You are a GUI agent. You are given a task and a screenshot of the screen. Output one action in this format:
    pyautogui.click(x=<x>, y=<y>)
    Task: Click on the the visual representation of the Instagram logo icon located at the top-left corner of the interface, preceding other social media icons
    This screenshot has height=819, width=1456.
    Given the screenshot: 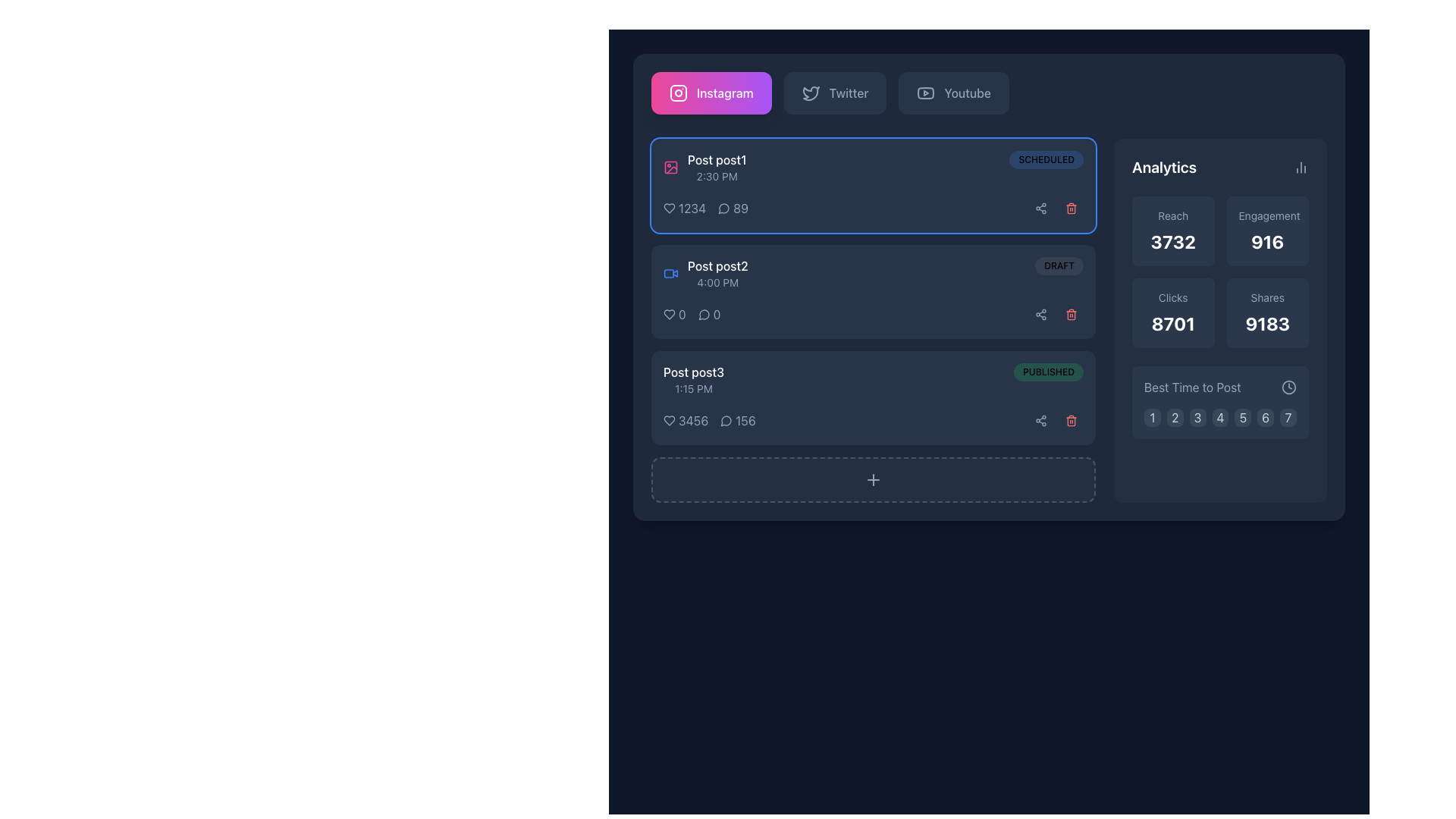 What is the action you would take?
    pyautogui.click(x=677, y=93)
    